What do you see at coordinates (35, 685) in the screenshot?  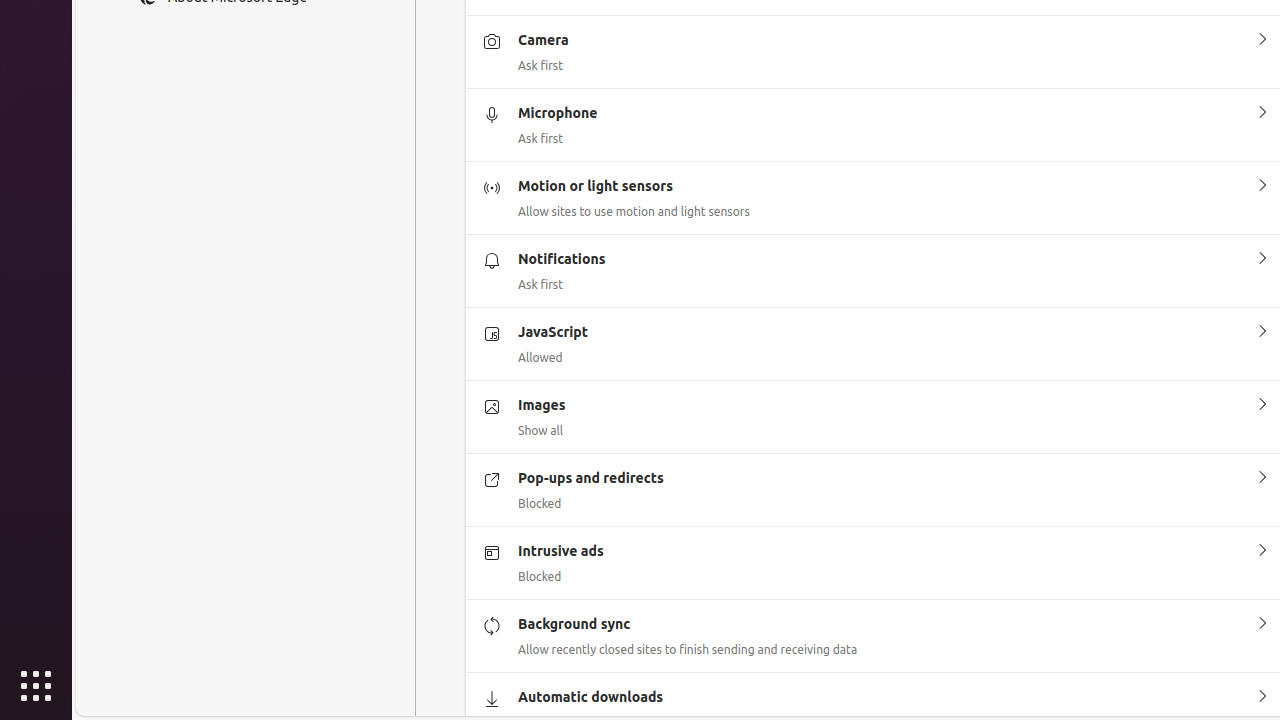 I see `'Show Applications'` at bounding box center [35, 685].